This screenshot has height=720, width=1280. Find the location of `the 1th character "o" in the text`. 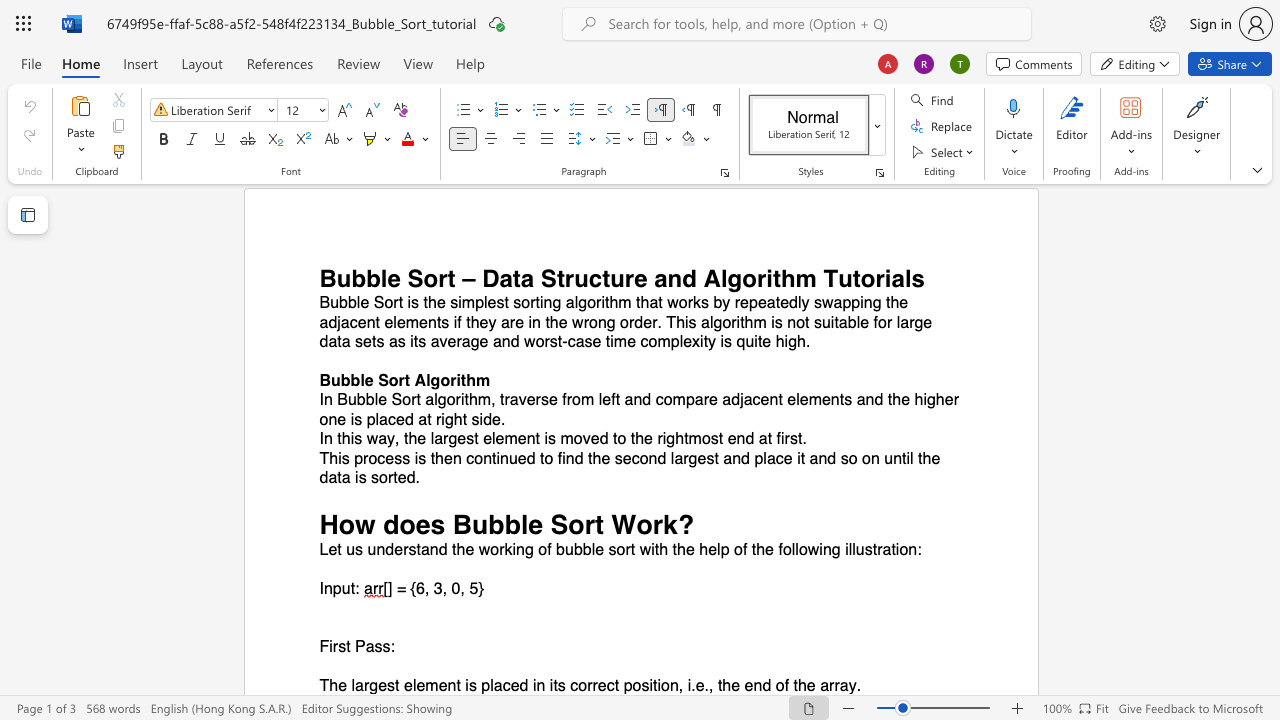

the 1th character "o" in the text is located at coordinates (581, 685).